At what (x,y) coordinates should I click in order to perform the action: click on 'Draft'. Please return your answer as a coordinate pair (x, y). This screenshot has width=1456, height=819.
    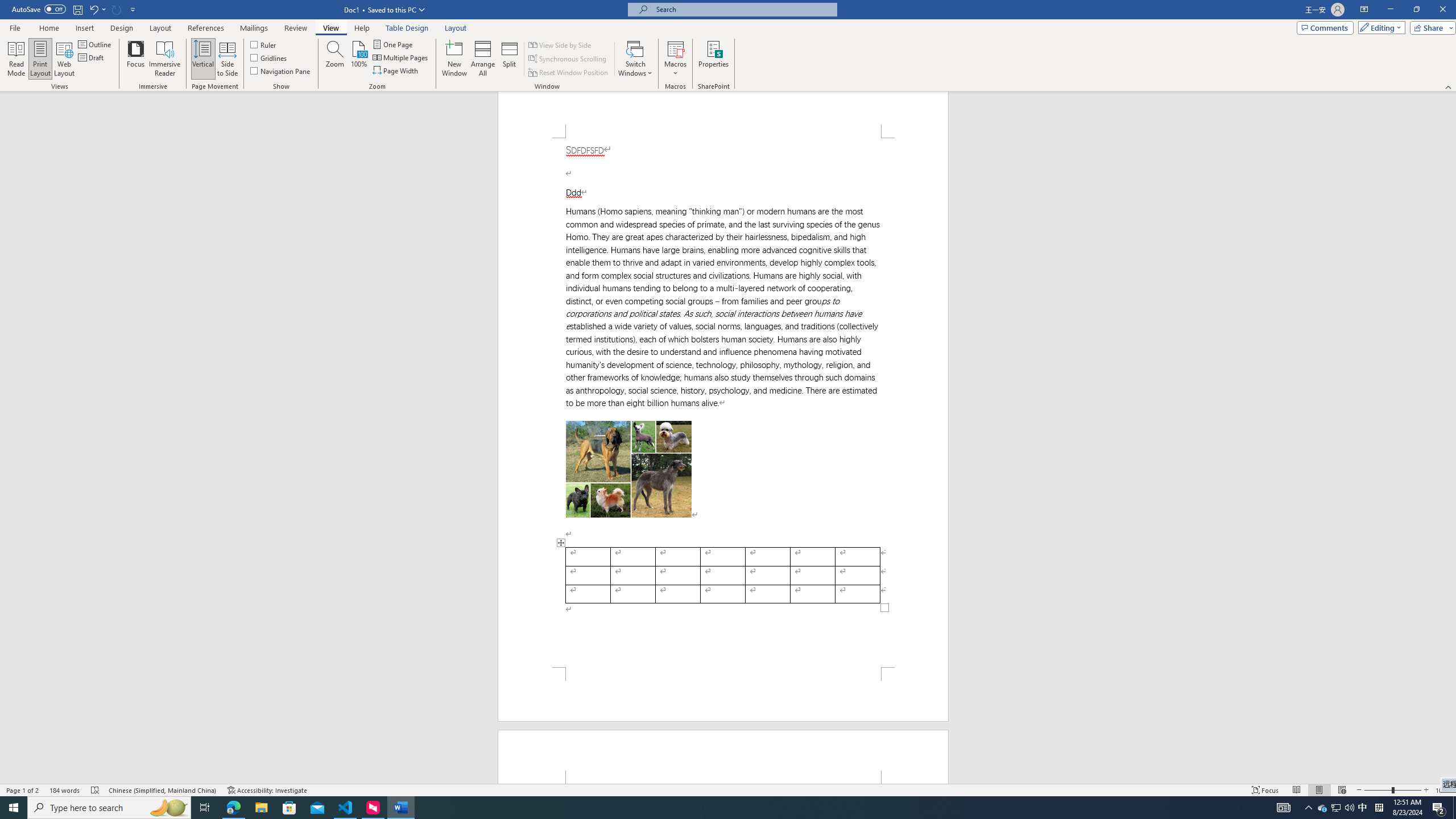
    Looking at the image, I should click on (91, 56).